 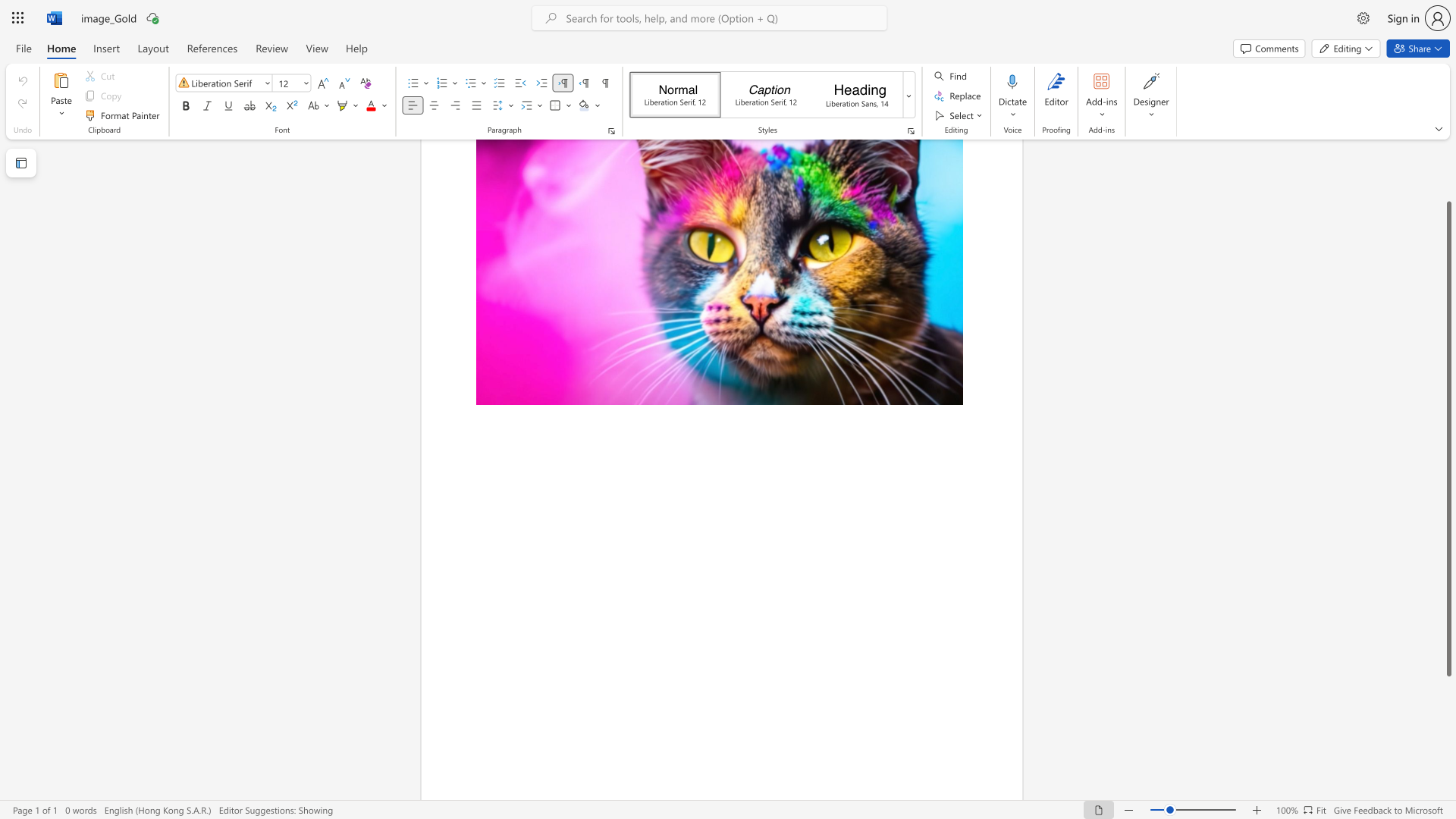 I want to click on the scrollbar and move up 70 pixels, so click(x=1448, y=438).